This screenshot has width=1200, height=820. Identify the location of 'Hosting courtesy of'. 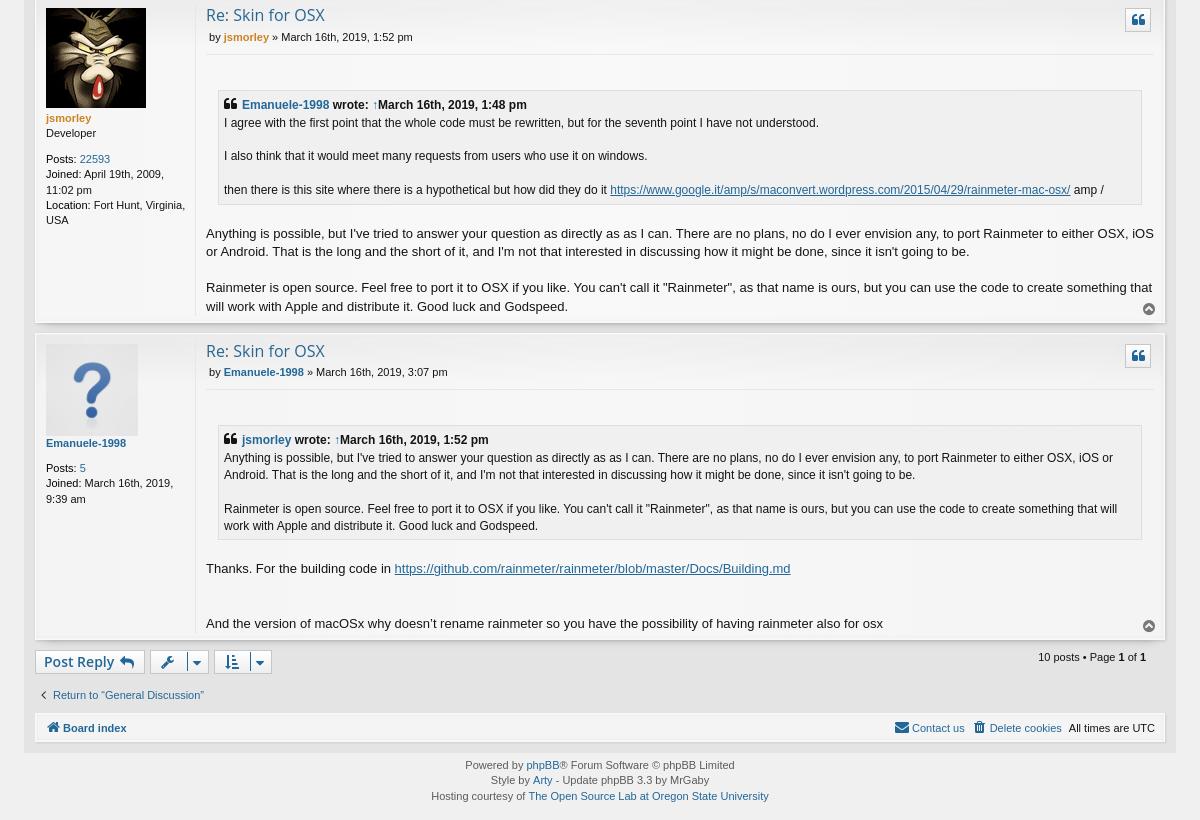
(478, 794).